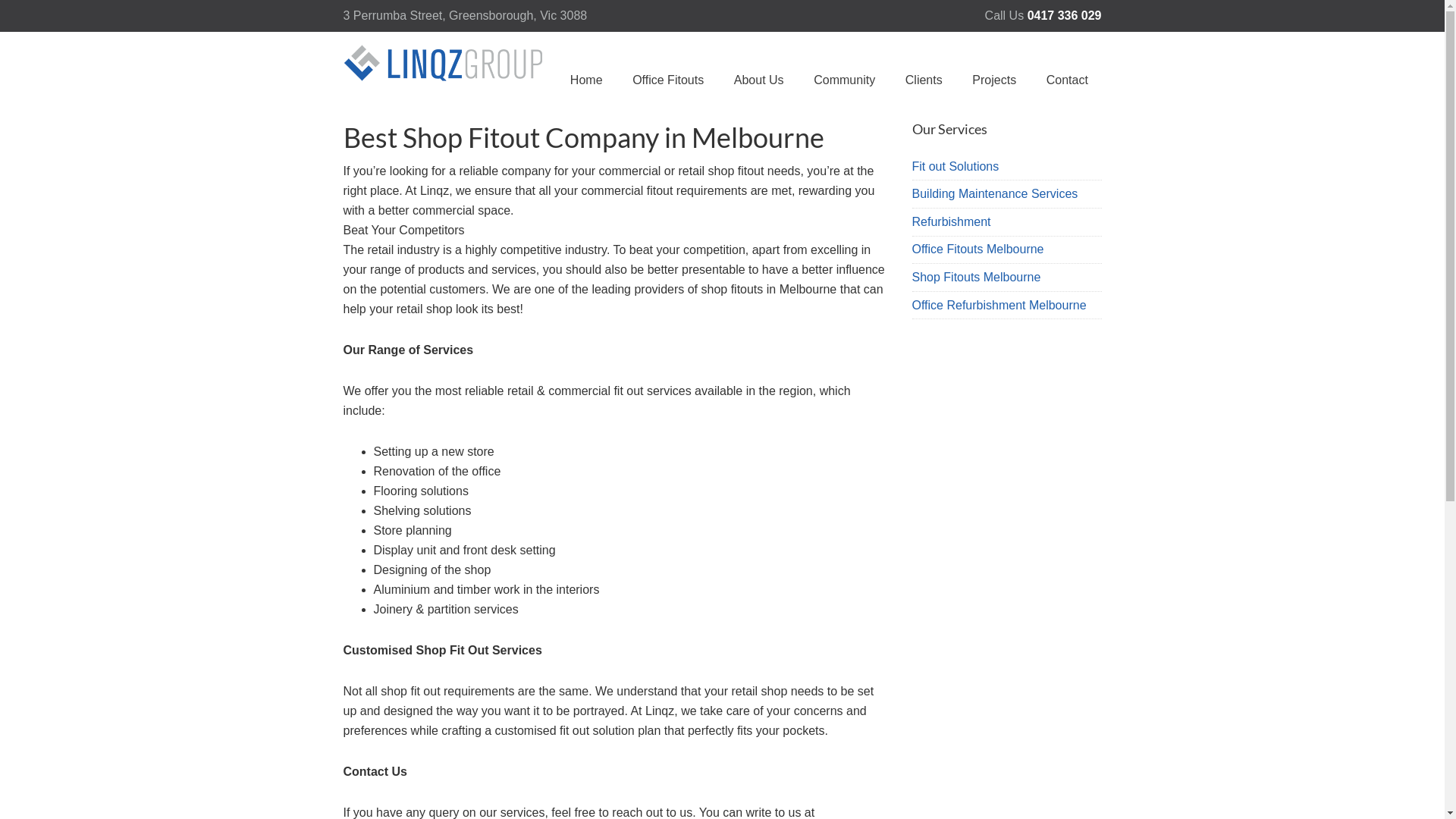 The image size is (1456, 819). What do you see at coordinates (923, 80) in the screenshot?
I see `'Clients'` at bounding box center [923, 80].